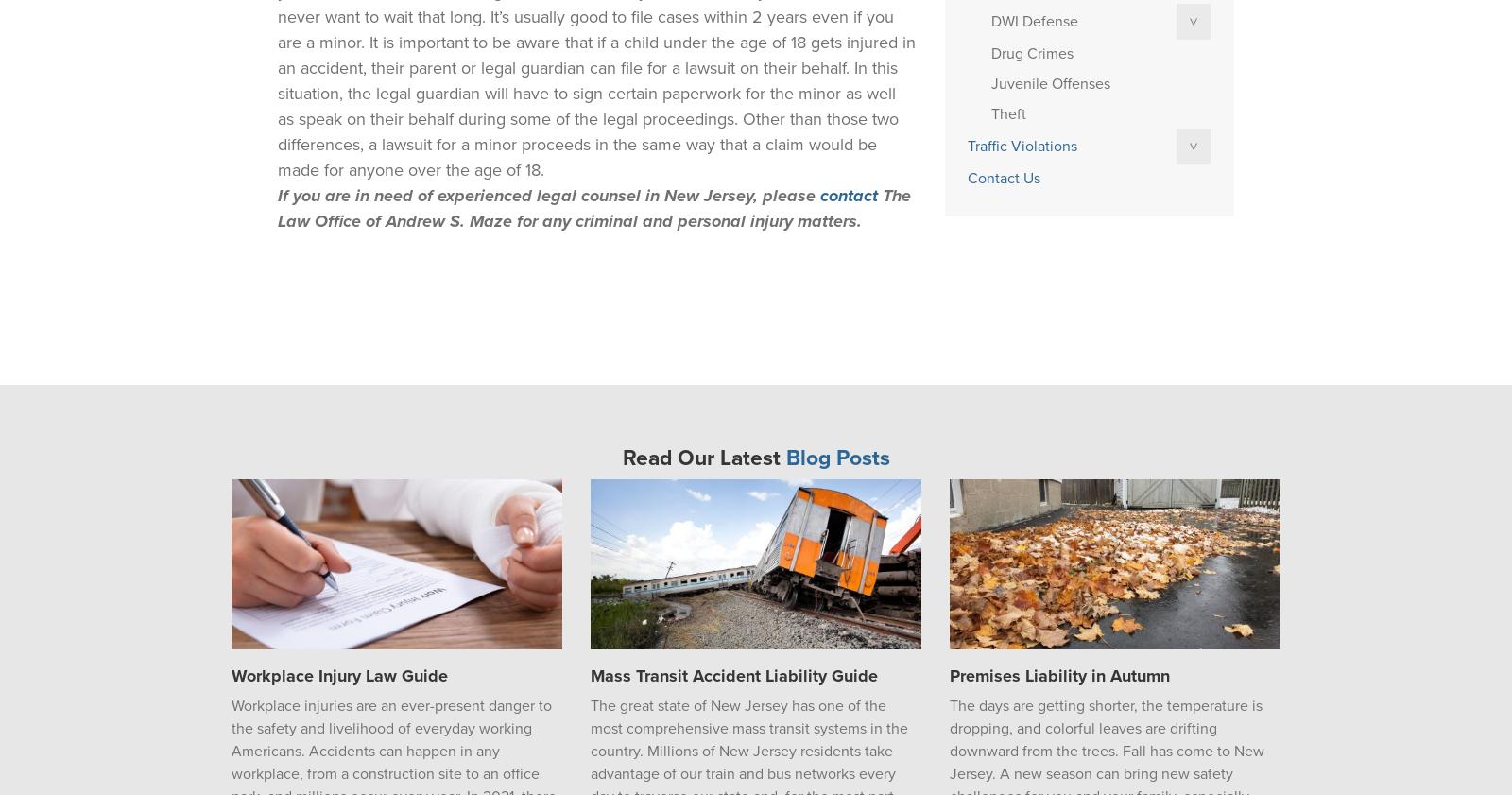 This screenshot has height=795, width=1512. I want to click on 'Read Our Latest', so click(703, 458).